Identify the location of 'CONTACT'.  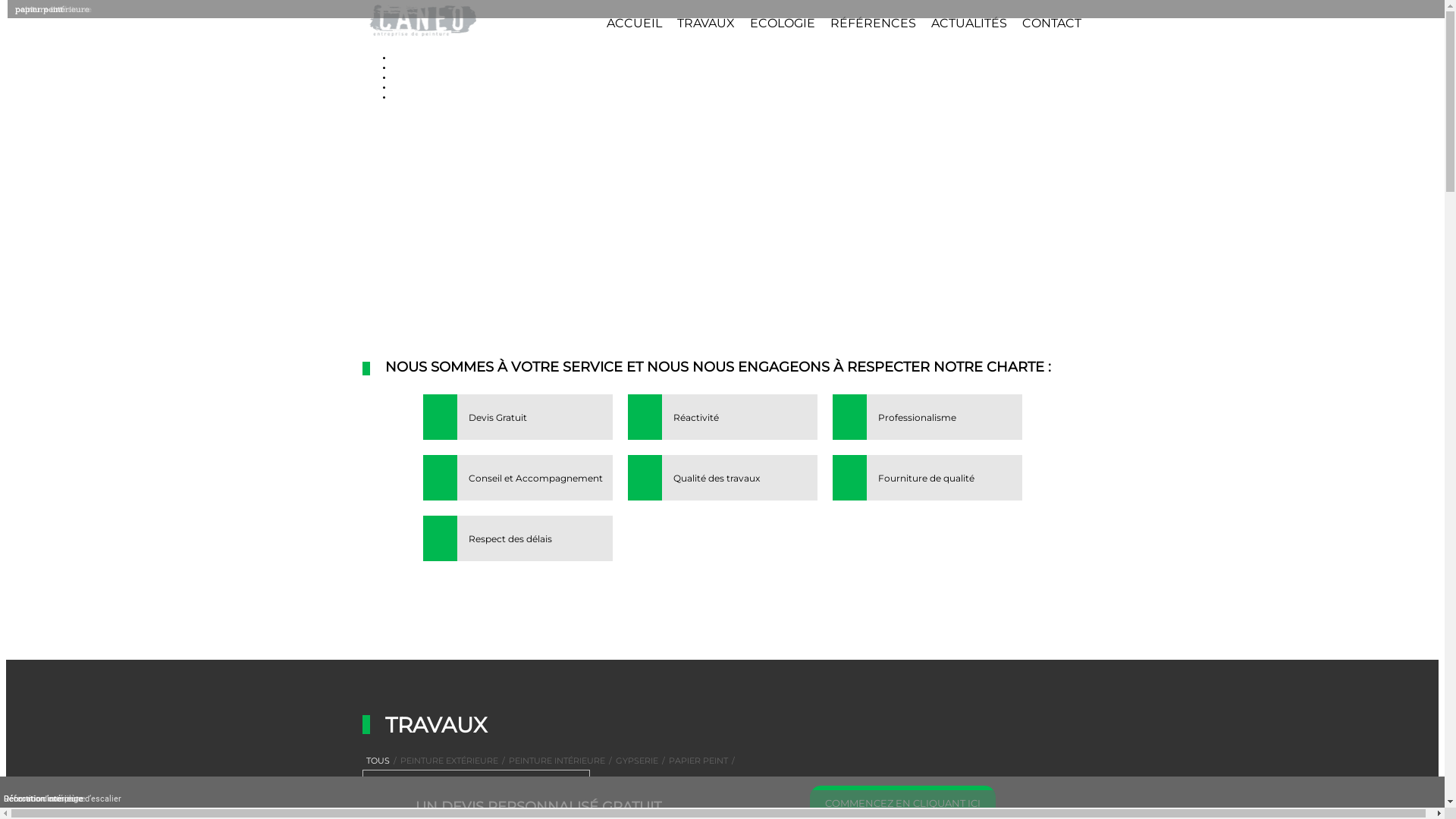
(1022, 23).